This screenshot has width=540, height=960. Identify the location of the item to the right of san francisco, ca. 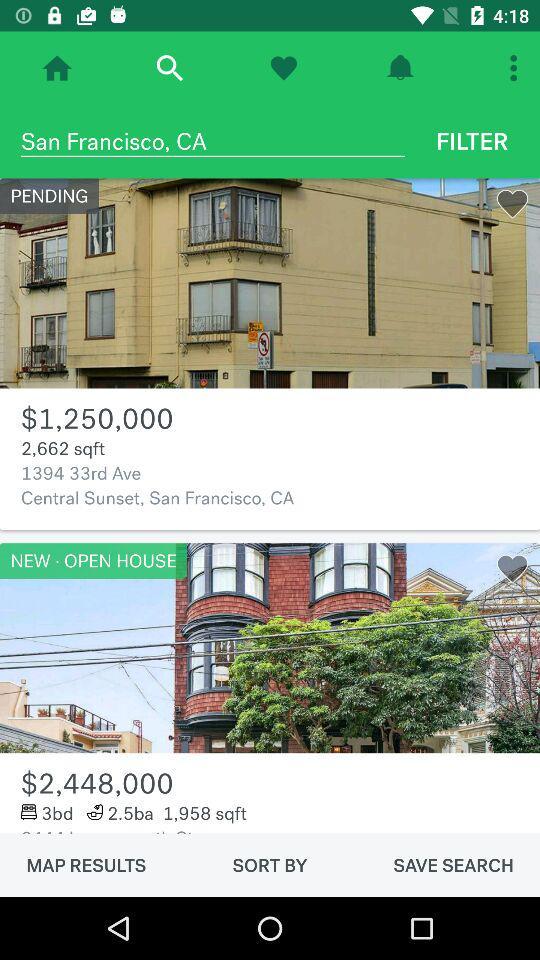
(472, 140).